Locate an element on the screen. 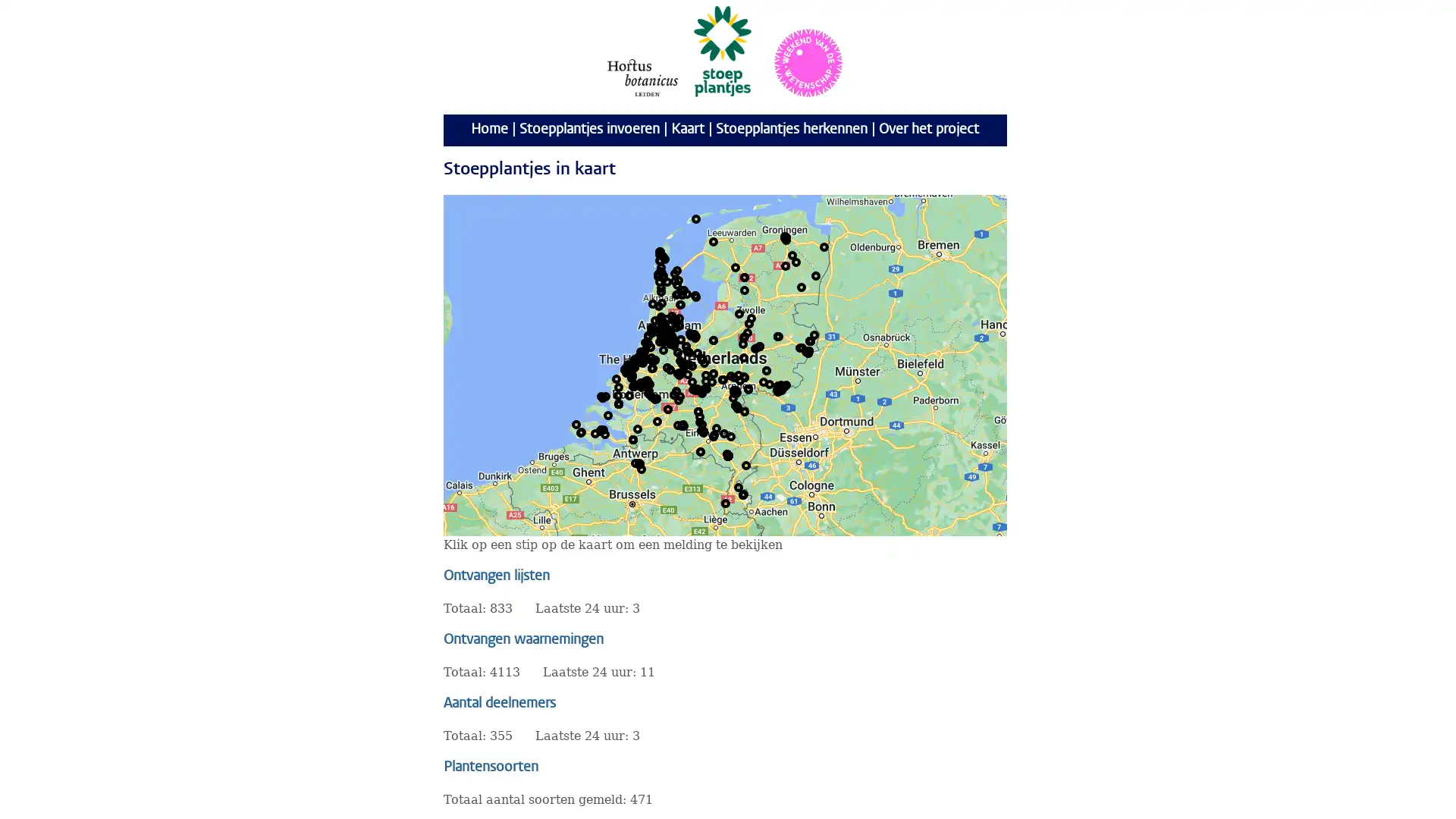  Telling van A op 21 maart 2022 is located at coordinates (632, 375).